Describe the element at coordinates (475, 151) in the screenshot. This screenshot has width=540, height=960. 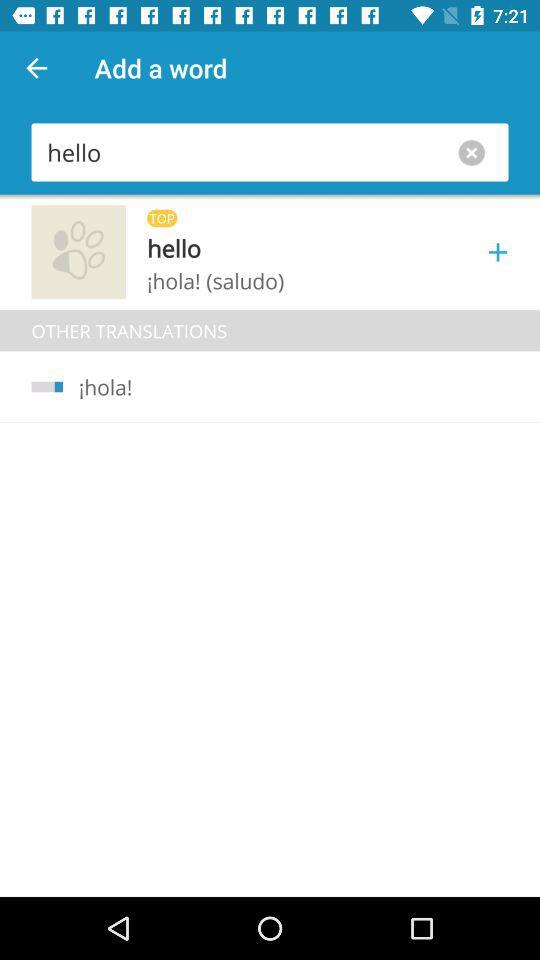
I see `clear` at that location.